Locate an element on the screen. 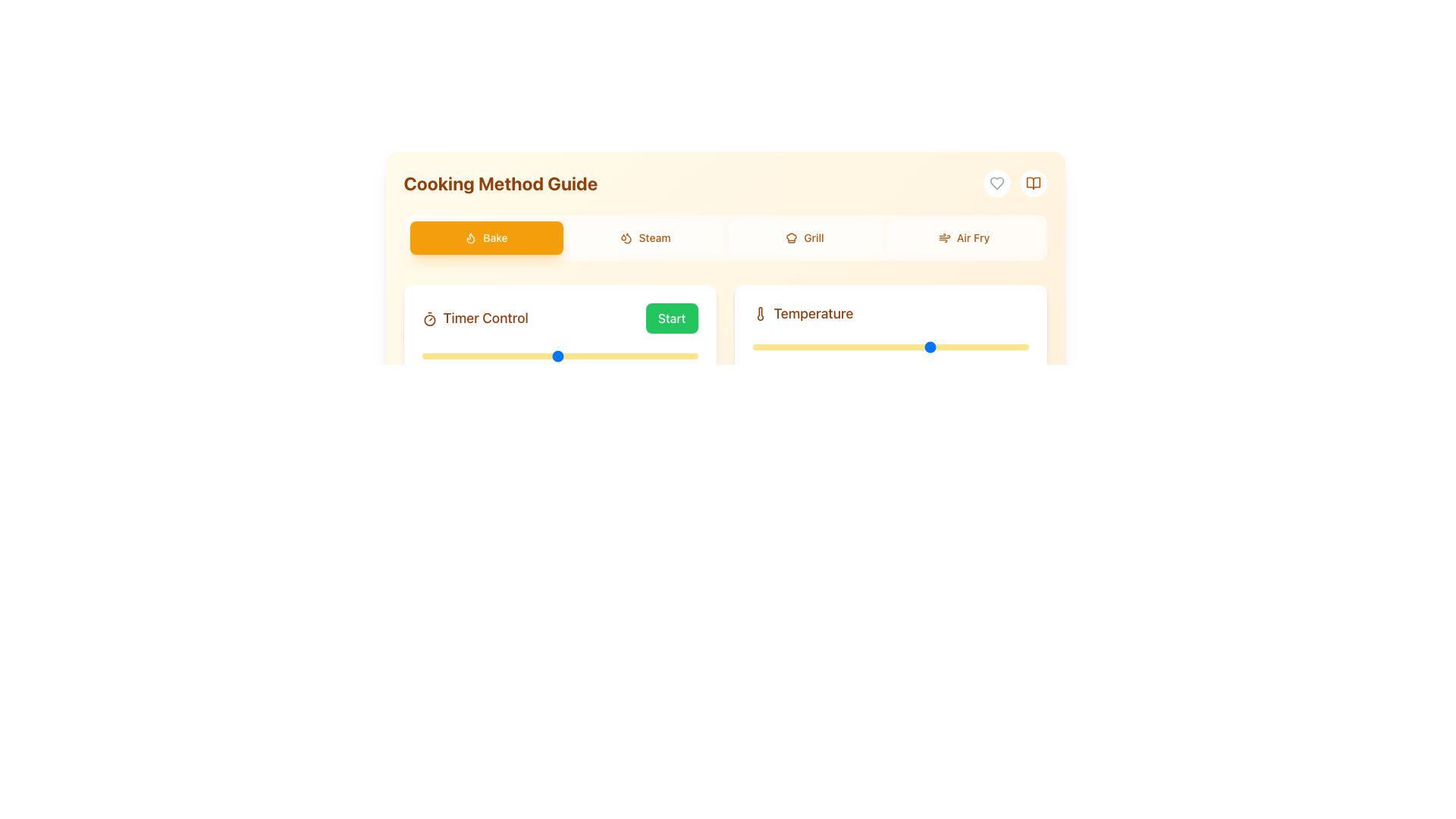 The image size is (1456, 819). timer is located at coordinates (618, 356).